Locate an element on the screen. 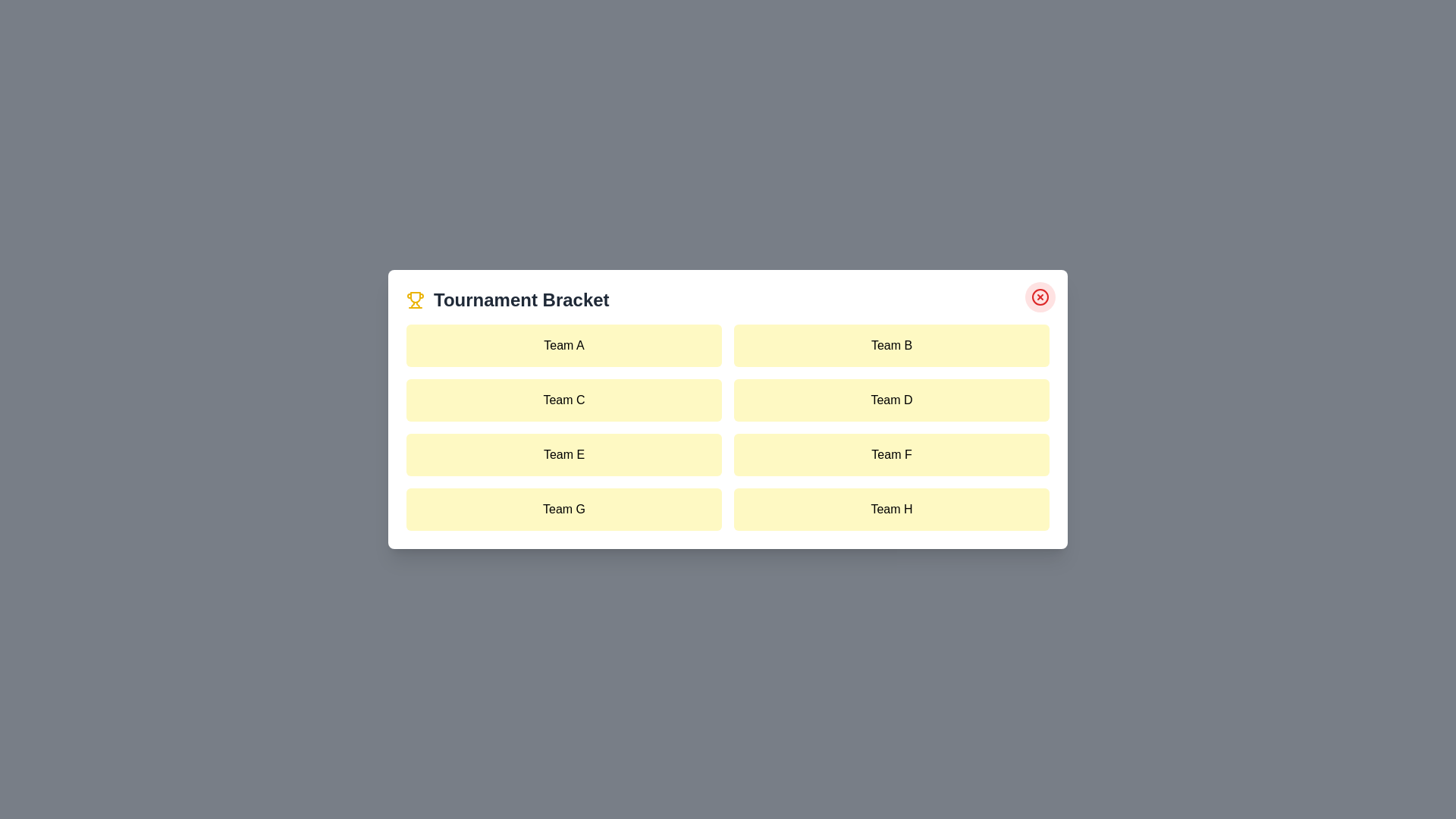 Image resolution: width=1456 pixels, height=819 pixels. the team item labeled Team D is located at coordinates (892, 400).